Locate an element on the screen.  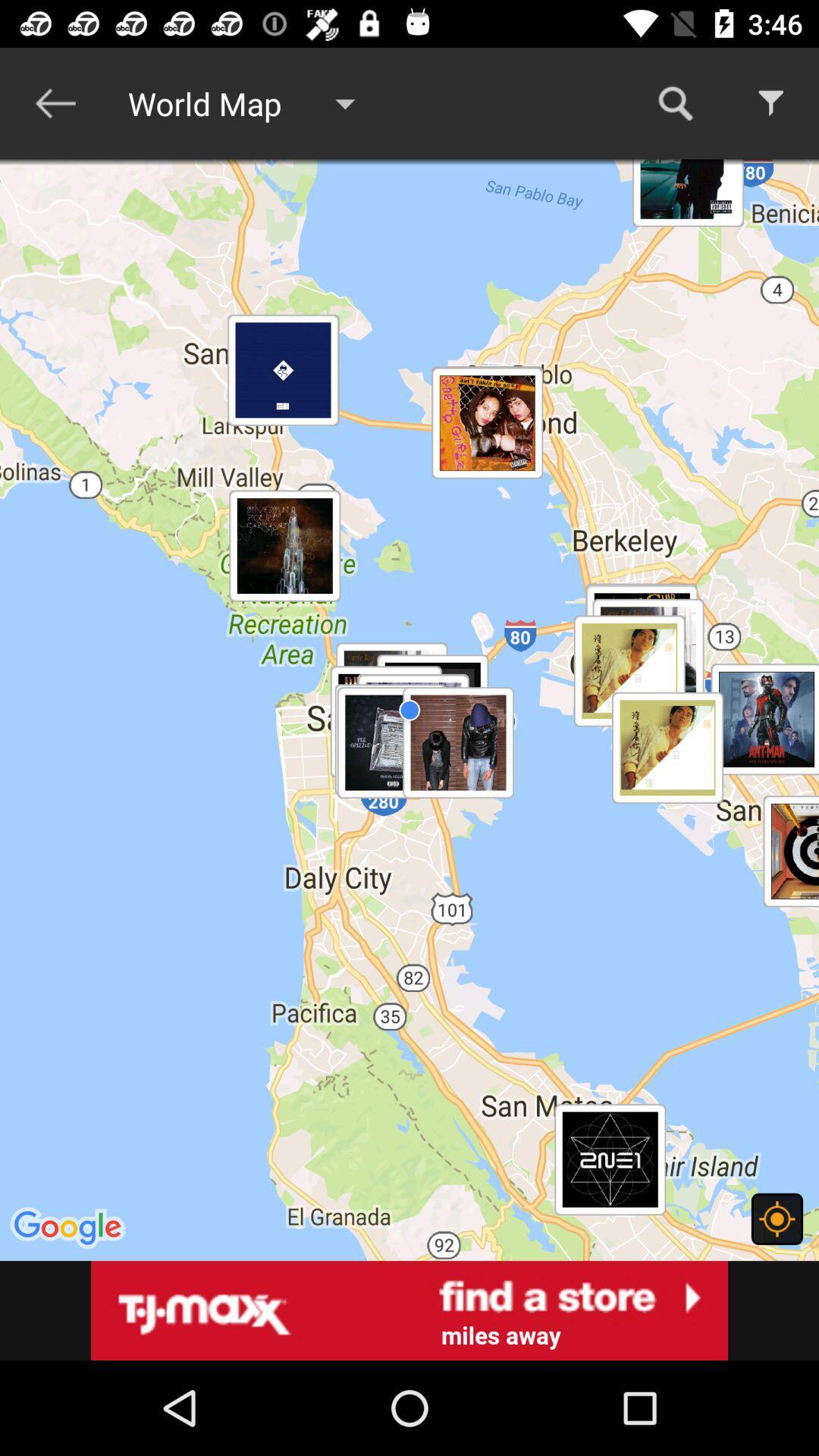
item to the right of world map icon is located at coordinates (675, 102).